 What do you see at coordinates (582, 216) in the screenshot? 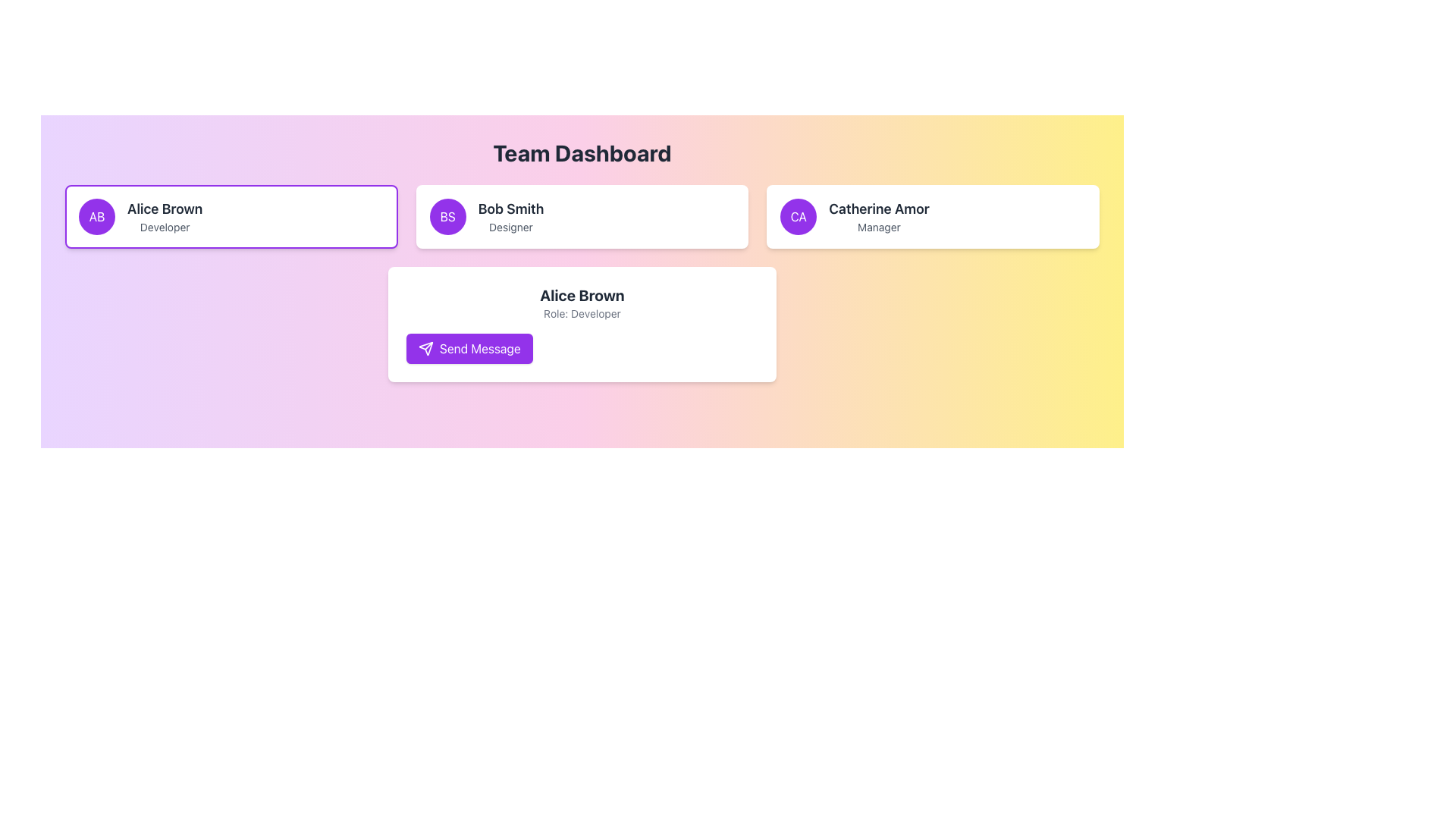
I see `on the team member's profile card displaying their name and role in the center of the grid layout under 'Team Dashboard'` at bounding box center [582, 216].